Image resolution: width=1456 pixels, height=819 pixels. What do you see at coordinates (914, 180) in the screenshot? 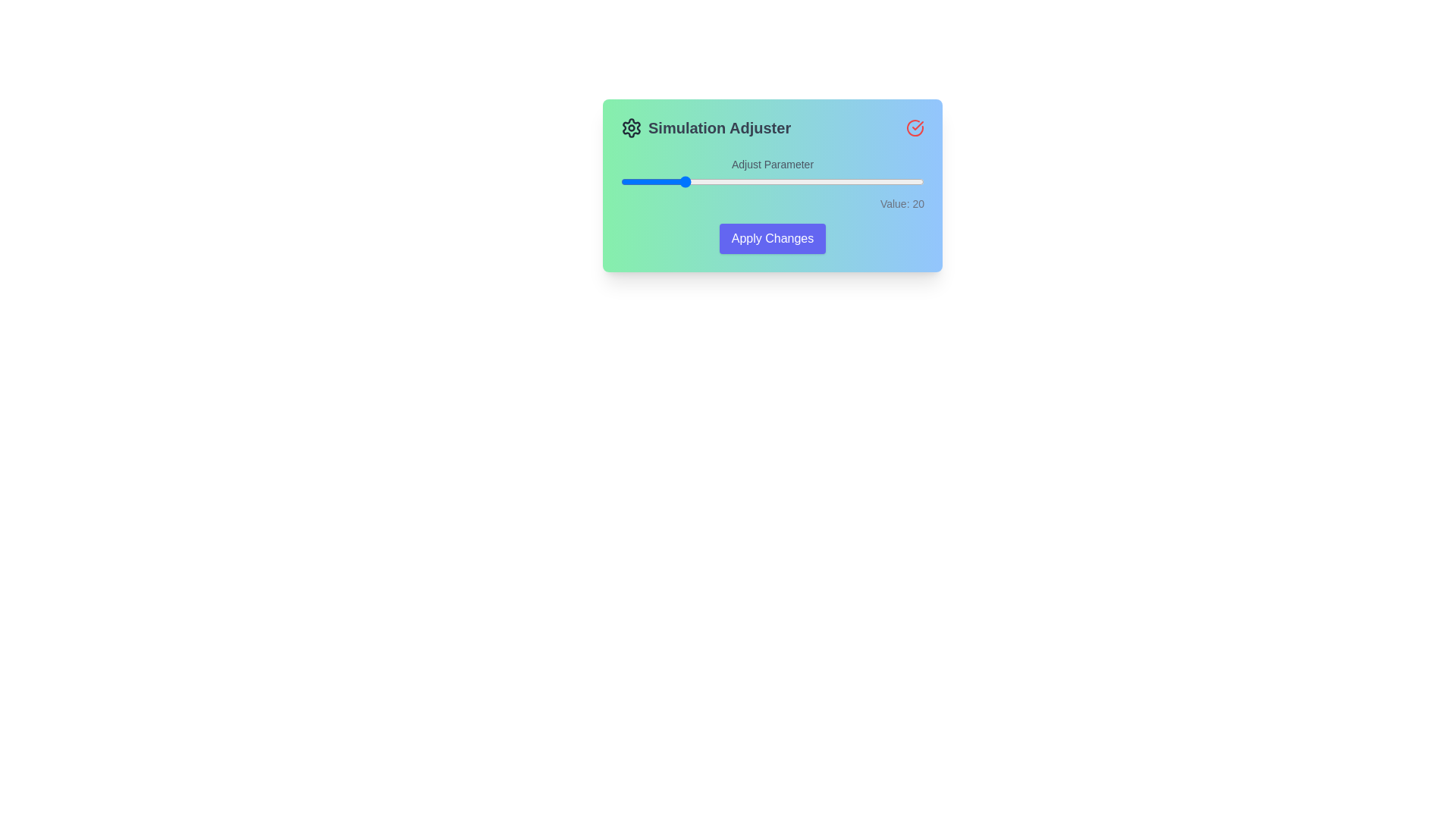
I see `the slider to set its value to 97` at bounding box center [914, 180].